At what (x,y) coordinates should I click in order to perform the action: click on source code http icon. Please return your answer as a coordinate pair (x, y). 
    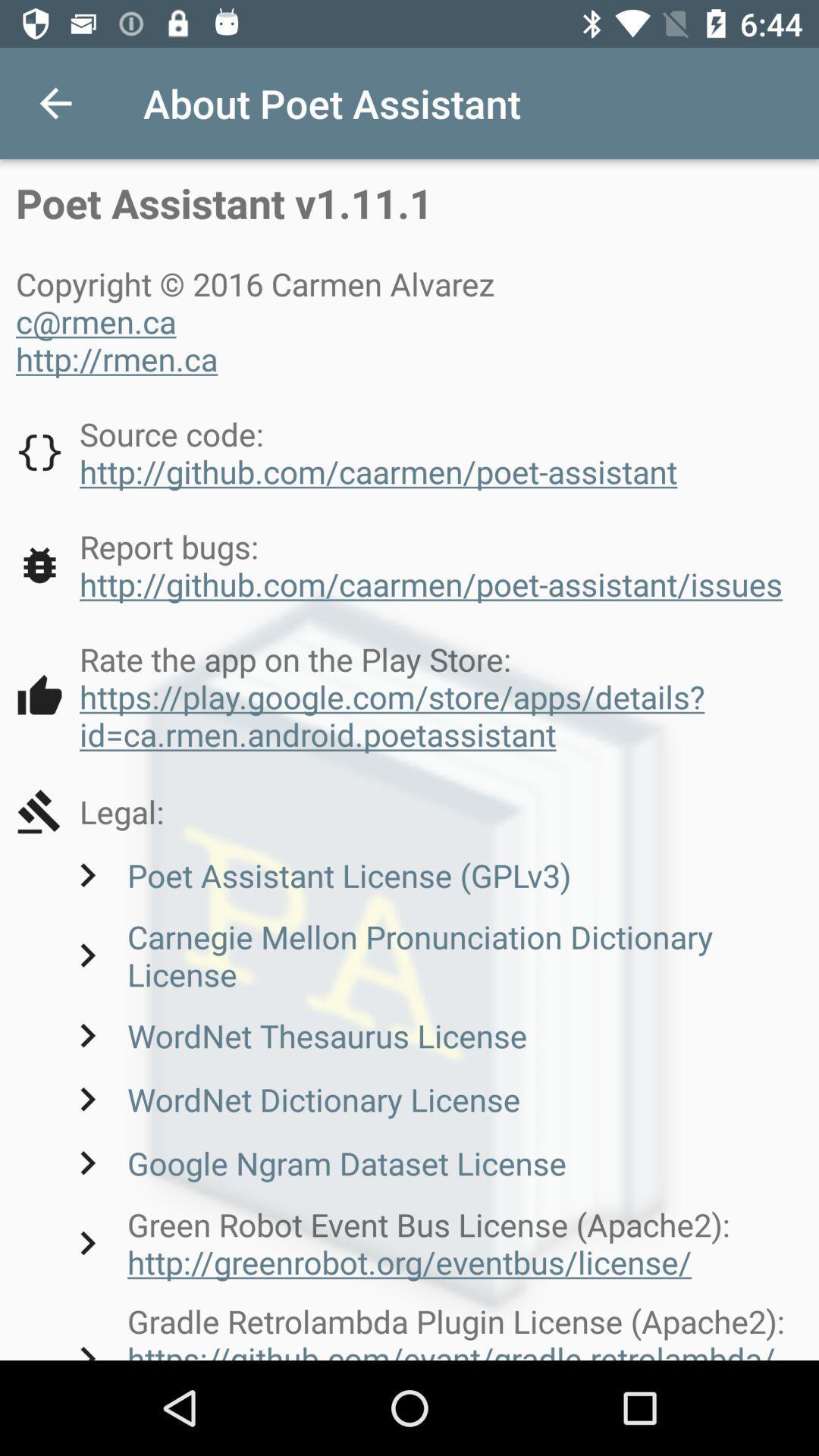
    Looking at the image, I should click on (347, 451).